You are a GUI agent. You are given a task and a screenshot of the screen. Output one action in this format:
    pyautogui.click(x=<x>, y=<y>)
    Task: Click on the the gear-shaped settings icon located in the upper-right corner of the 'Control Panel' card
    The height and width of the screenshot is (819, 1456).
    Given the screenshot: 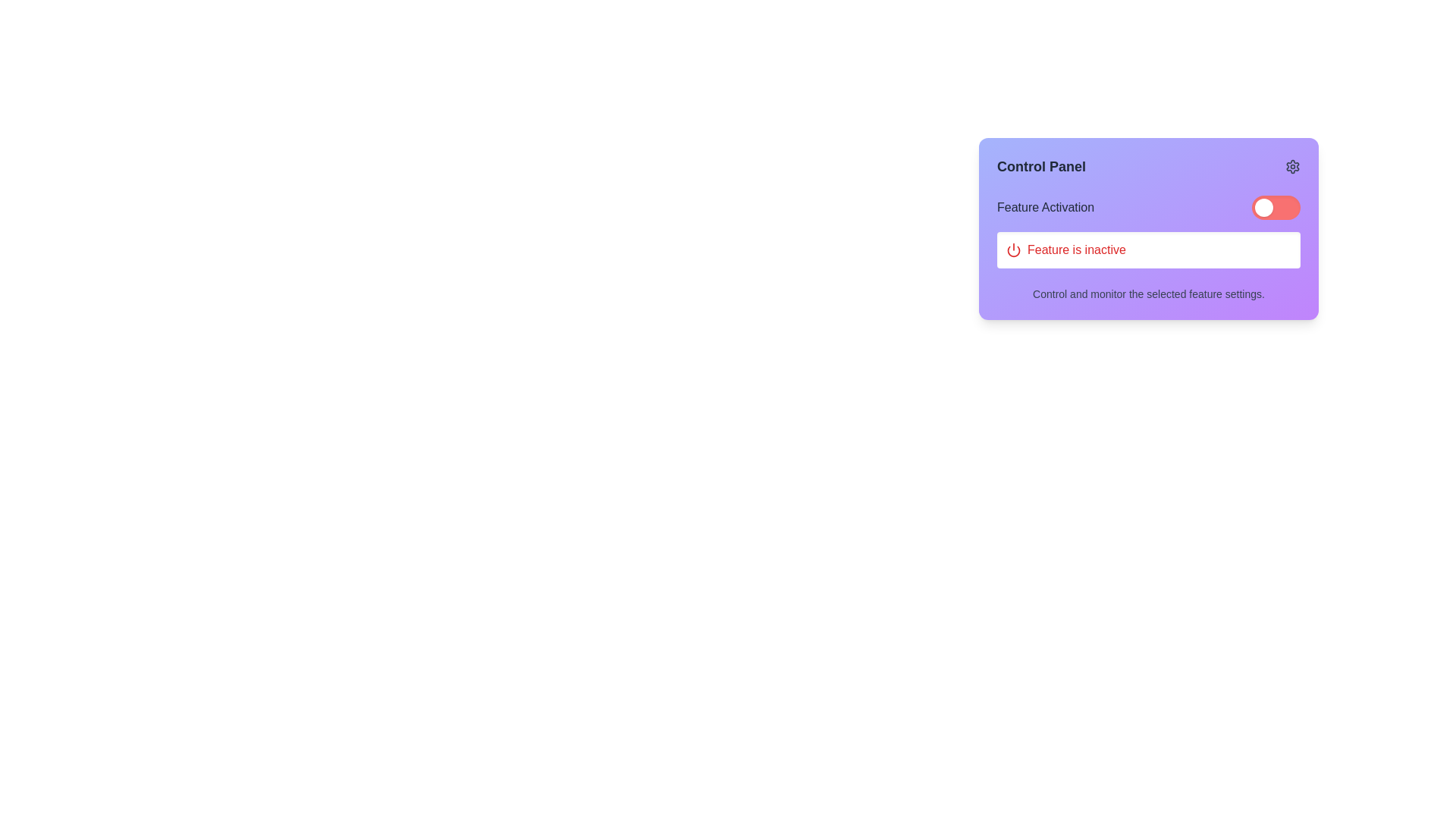 What is the action you would take?
    pyautogui.click(x=1291, y=166)
    